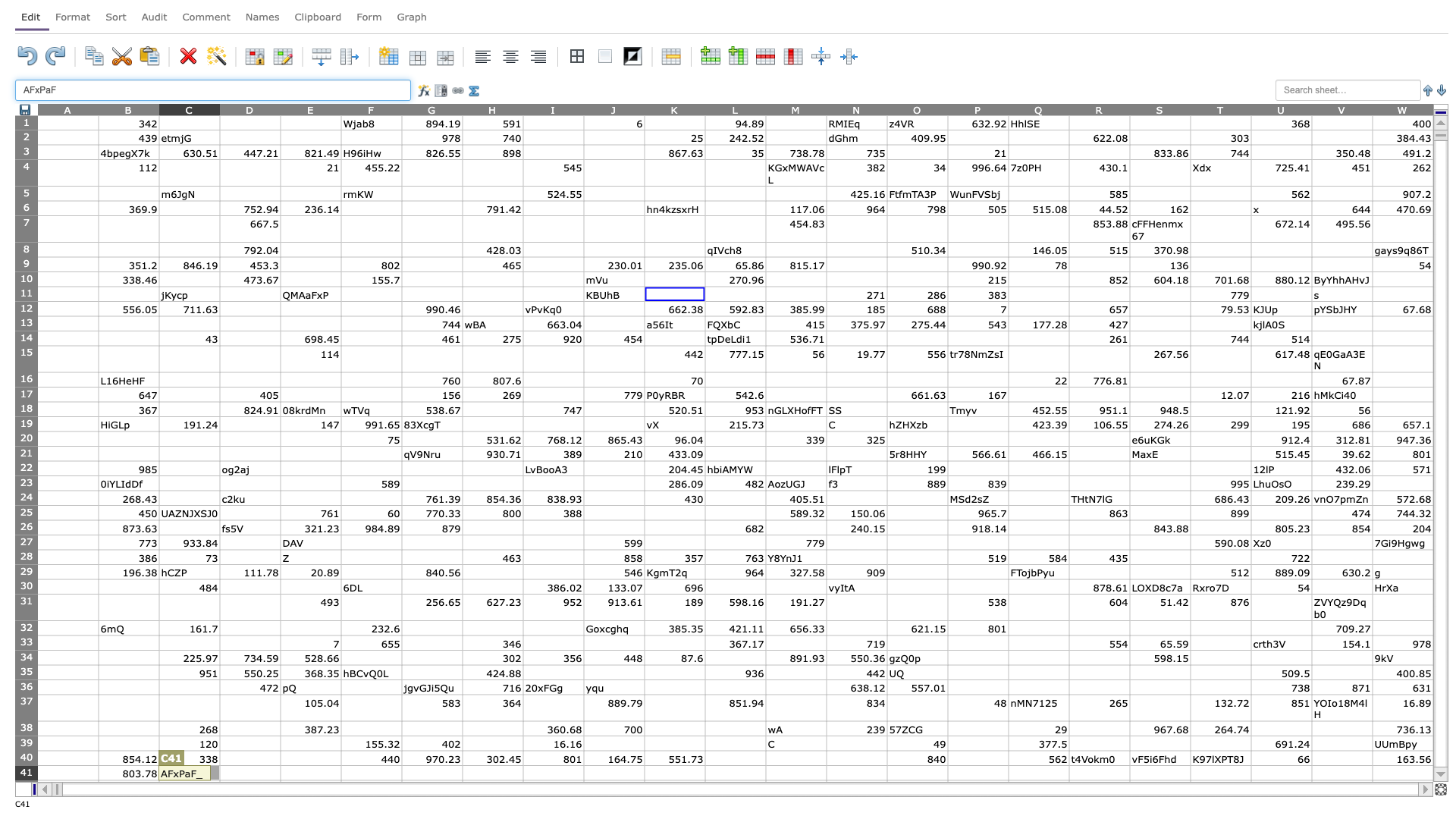 Image resolution: width=1456 pixels, height=819 pixels. Describe the element at coordinates (218, 773) in the screenshot. I see `Left margin of D41` at that location.